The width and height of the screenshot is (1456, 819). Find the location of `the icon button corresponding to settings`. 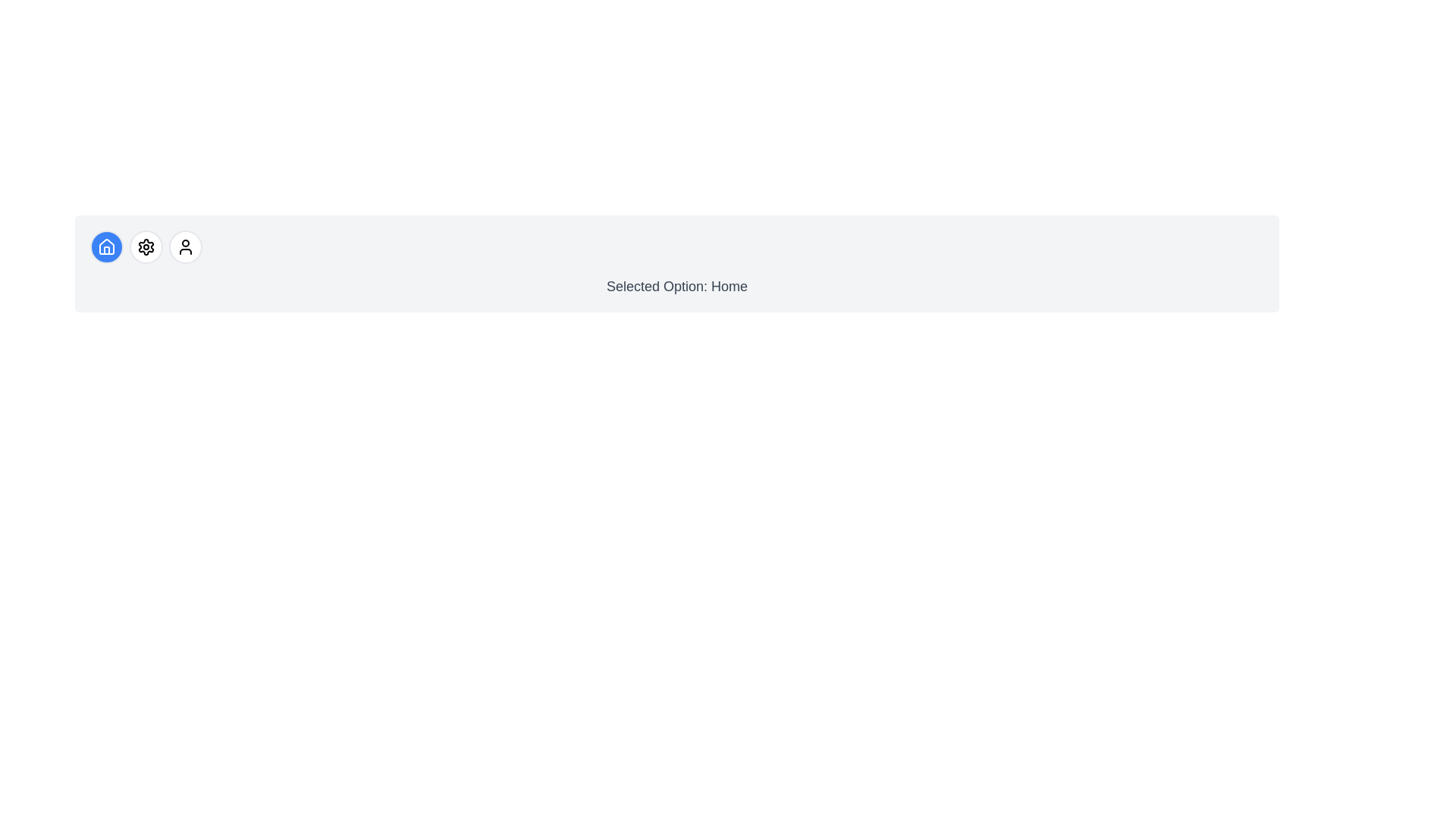

the icon button corresponding to settings is located at coordinates (146, 246).